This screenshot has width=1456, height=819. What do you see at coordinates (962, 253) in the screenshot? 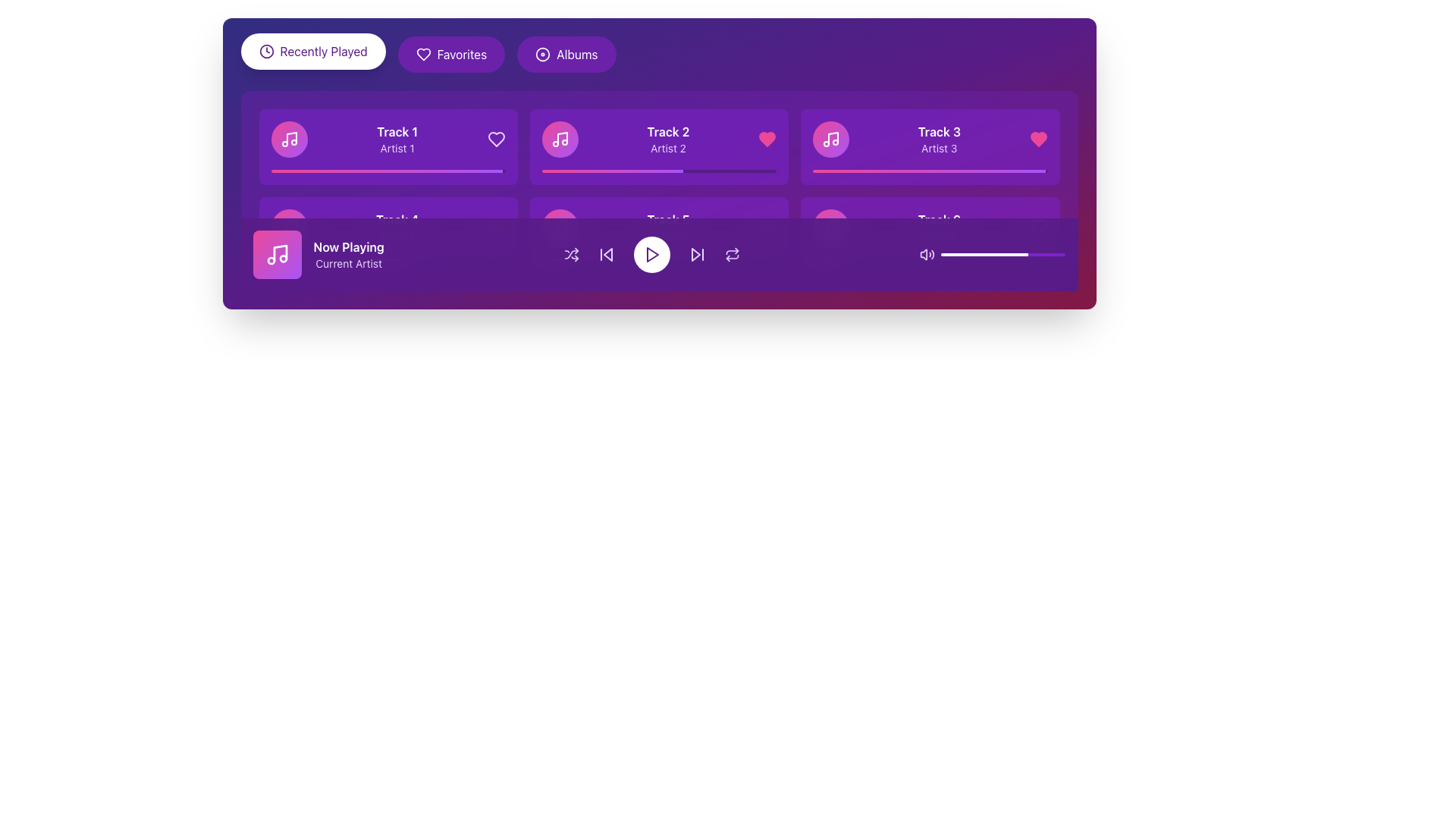
I see `the volume level` at bounding box center [962, 253].